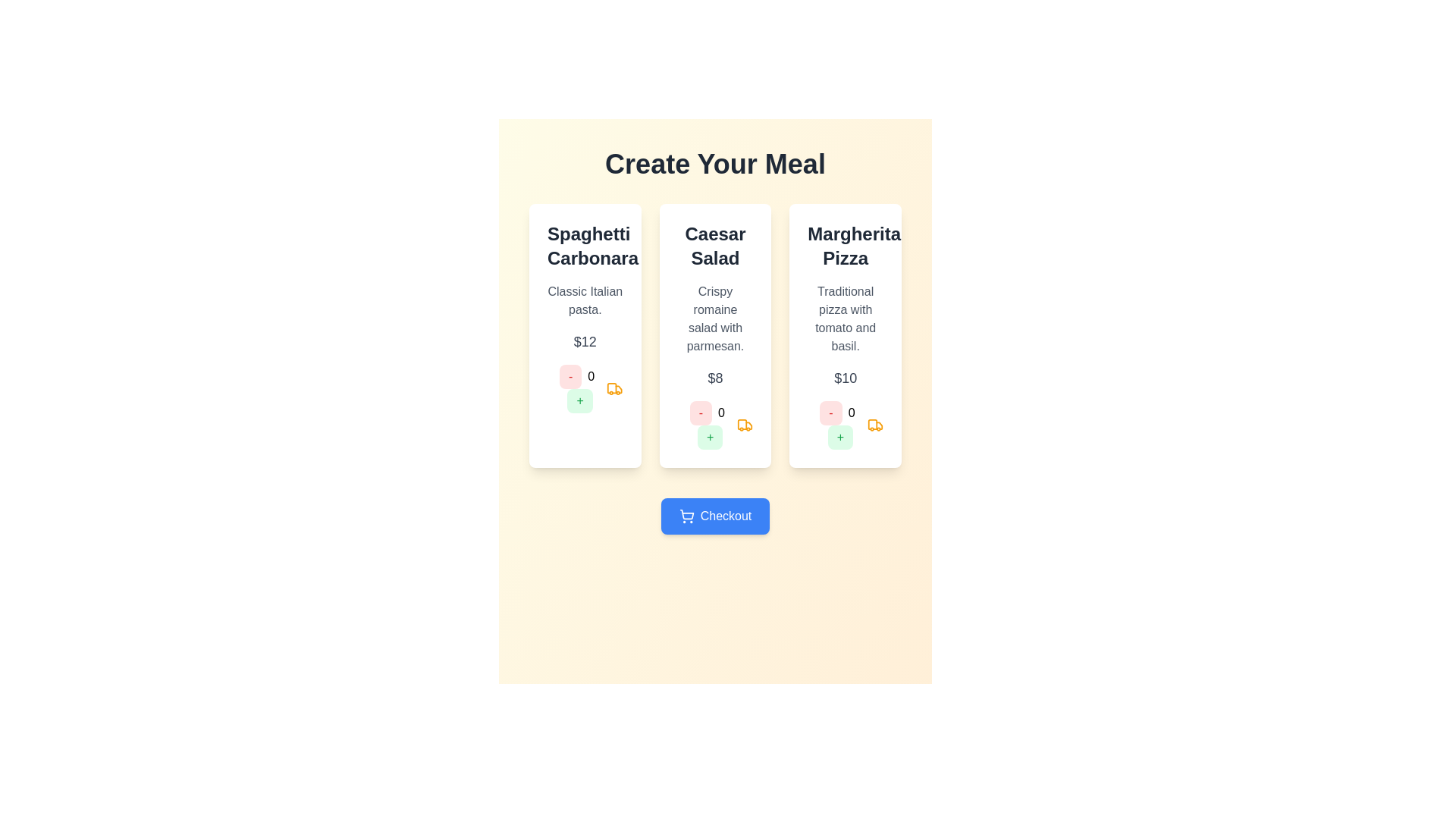  What do you see at coordinates (584, 335) in the screenshot?
I see `the '+' button on the first Card Component in the grid layout to increase the quantity` at bounding box center [584, 335].